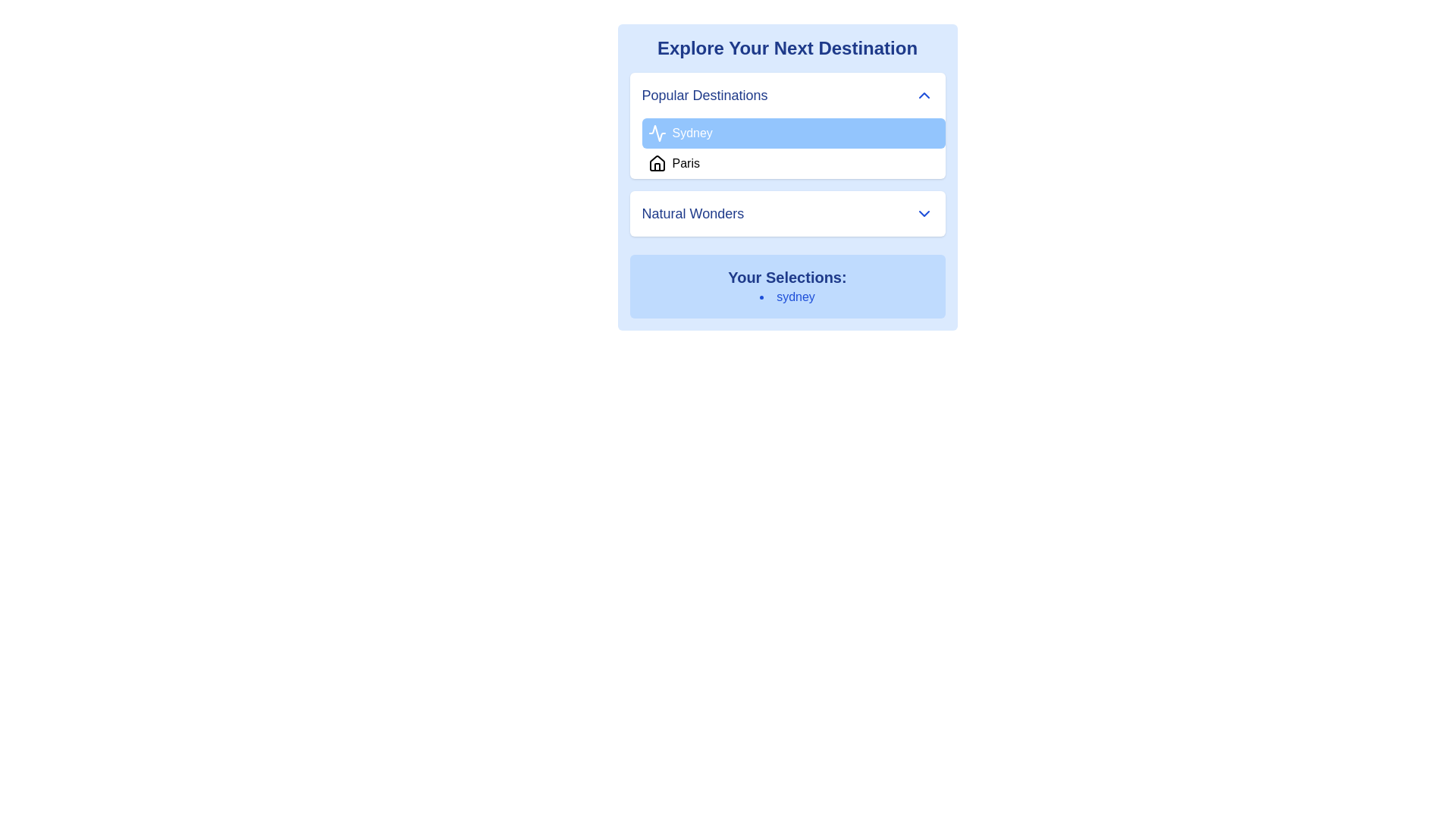 The height and width of the screenshot is (819, 1456). I want to click on the bullet point element containing the text 'sydney', which is styled in blue font and located below the bold title 'Your Selections:', so click(787, 297).